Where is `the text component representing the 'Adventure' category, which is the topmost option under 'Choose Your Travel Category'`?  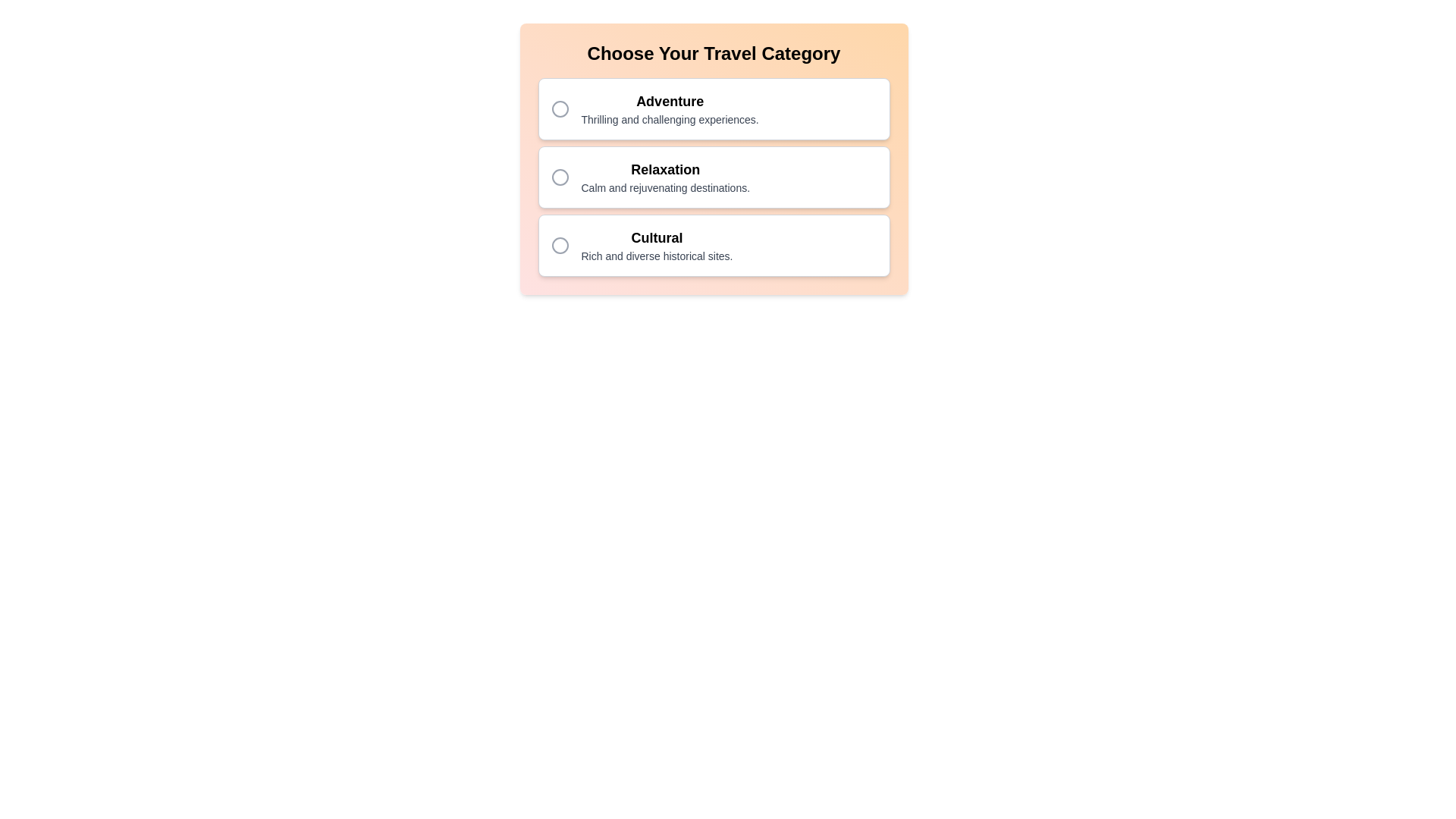
the text component representing the 'Adventure' category, which is the topmost option under 'Choose Your Travel Category' is located at coordinates (669, 108).